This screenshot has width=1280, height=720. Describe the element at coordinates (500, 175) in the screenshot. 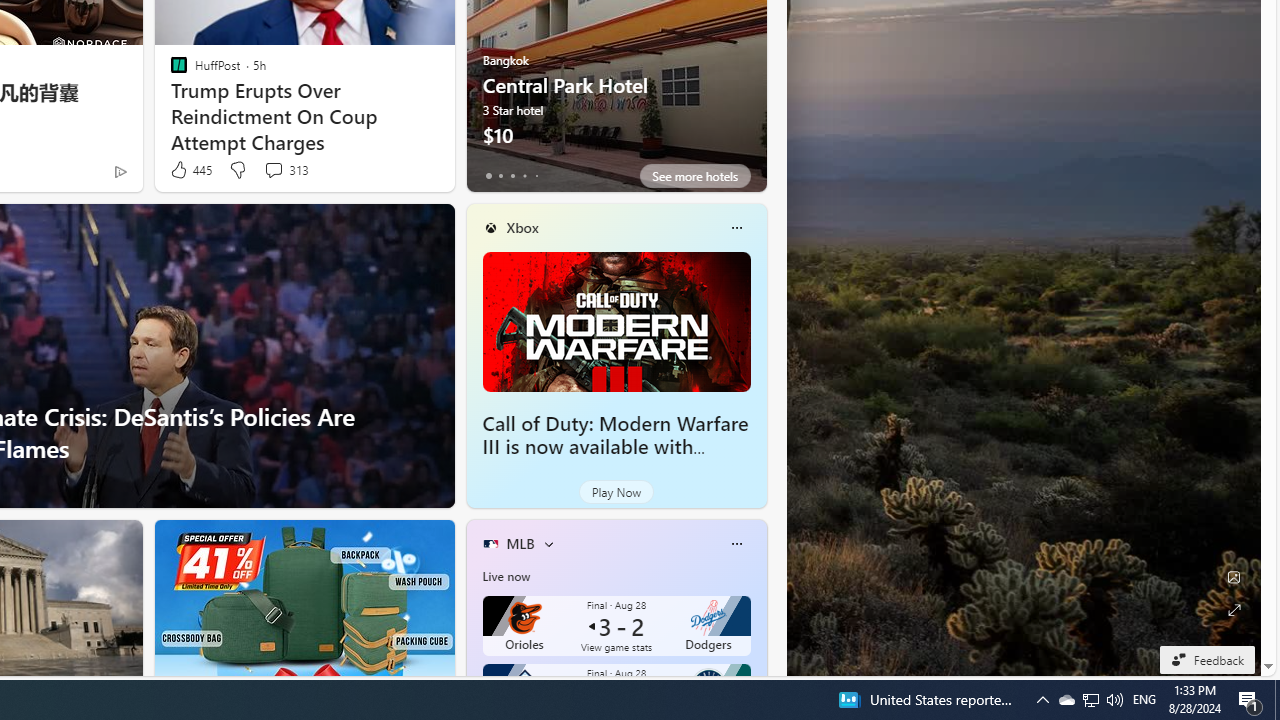

I see `'tab-1'` at that location.